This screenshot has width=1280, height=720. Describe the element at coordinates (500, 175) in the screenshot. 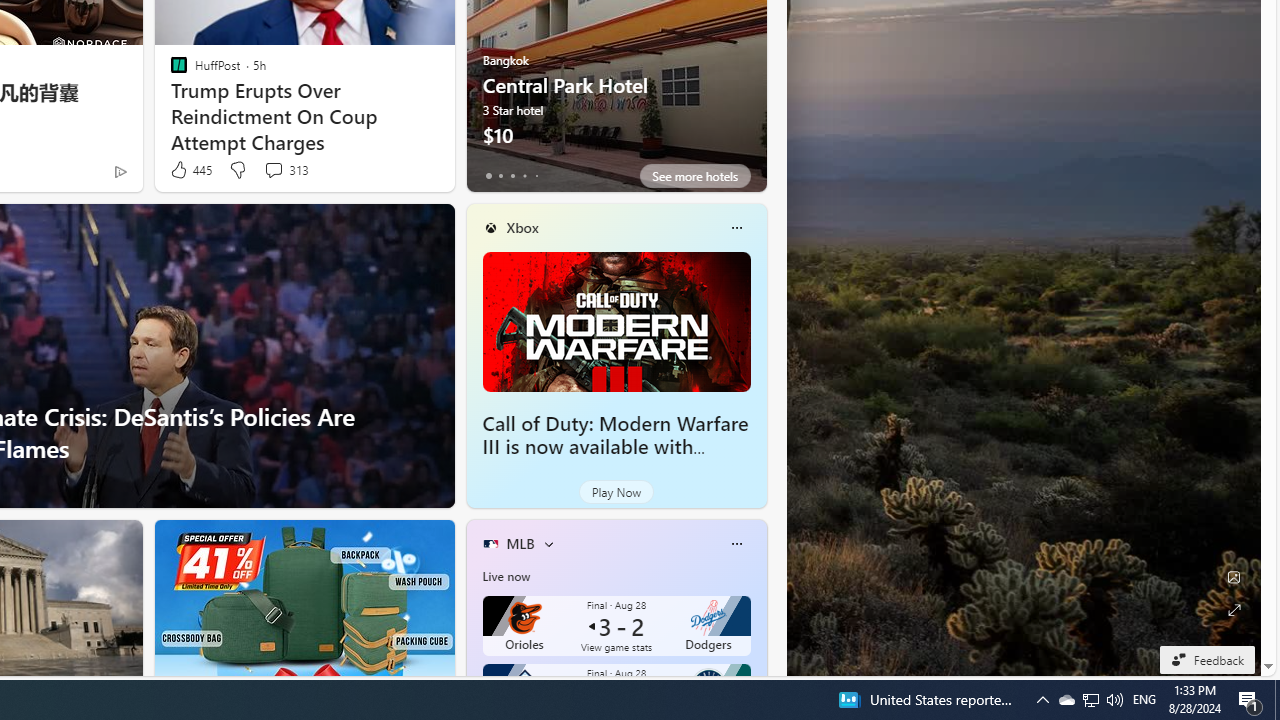

I see `'tab-1'` at that location.